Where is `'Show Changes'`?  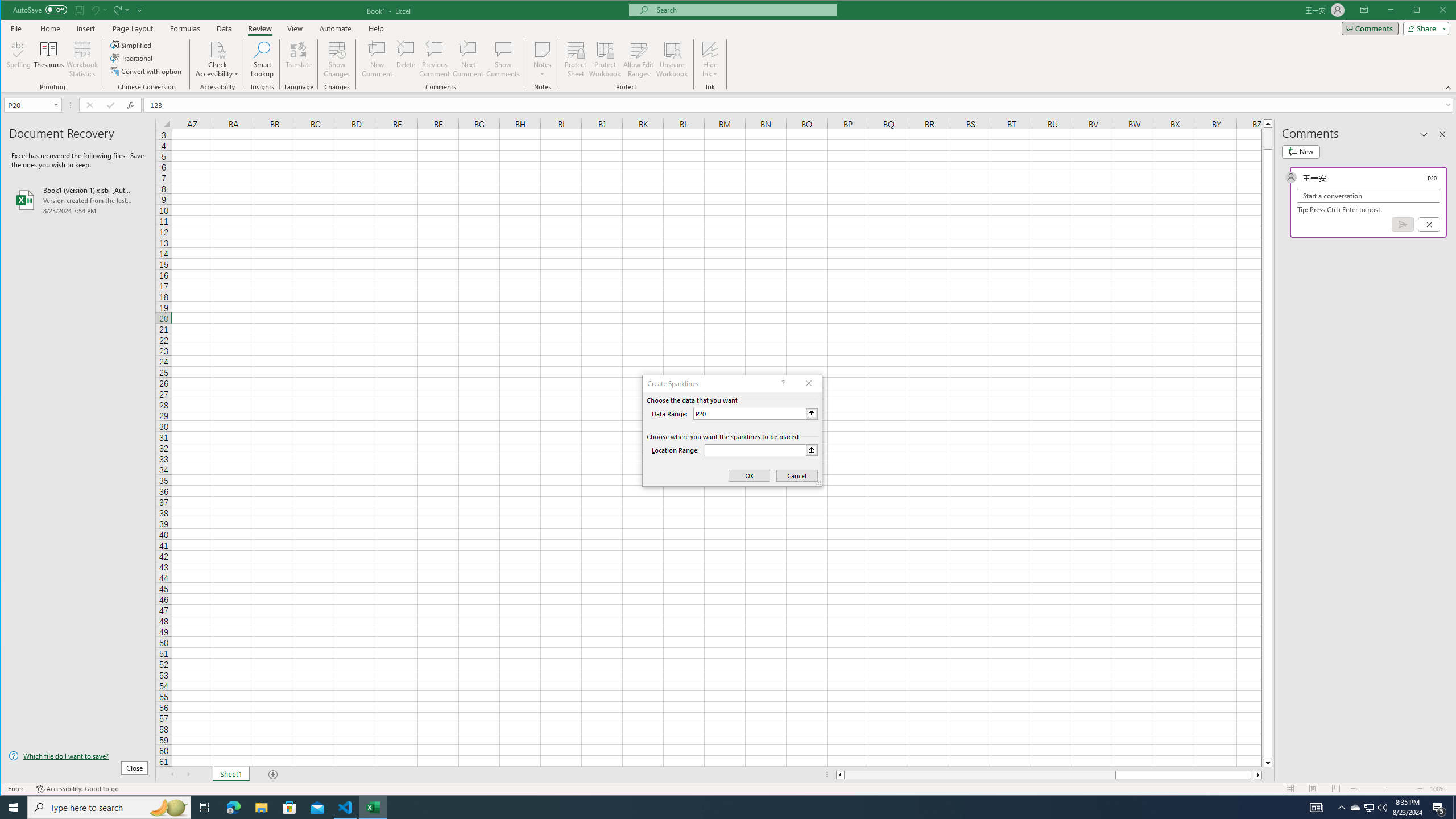
'Show Changes' is located at coordinates (336, 59).